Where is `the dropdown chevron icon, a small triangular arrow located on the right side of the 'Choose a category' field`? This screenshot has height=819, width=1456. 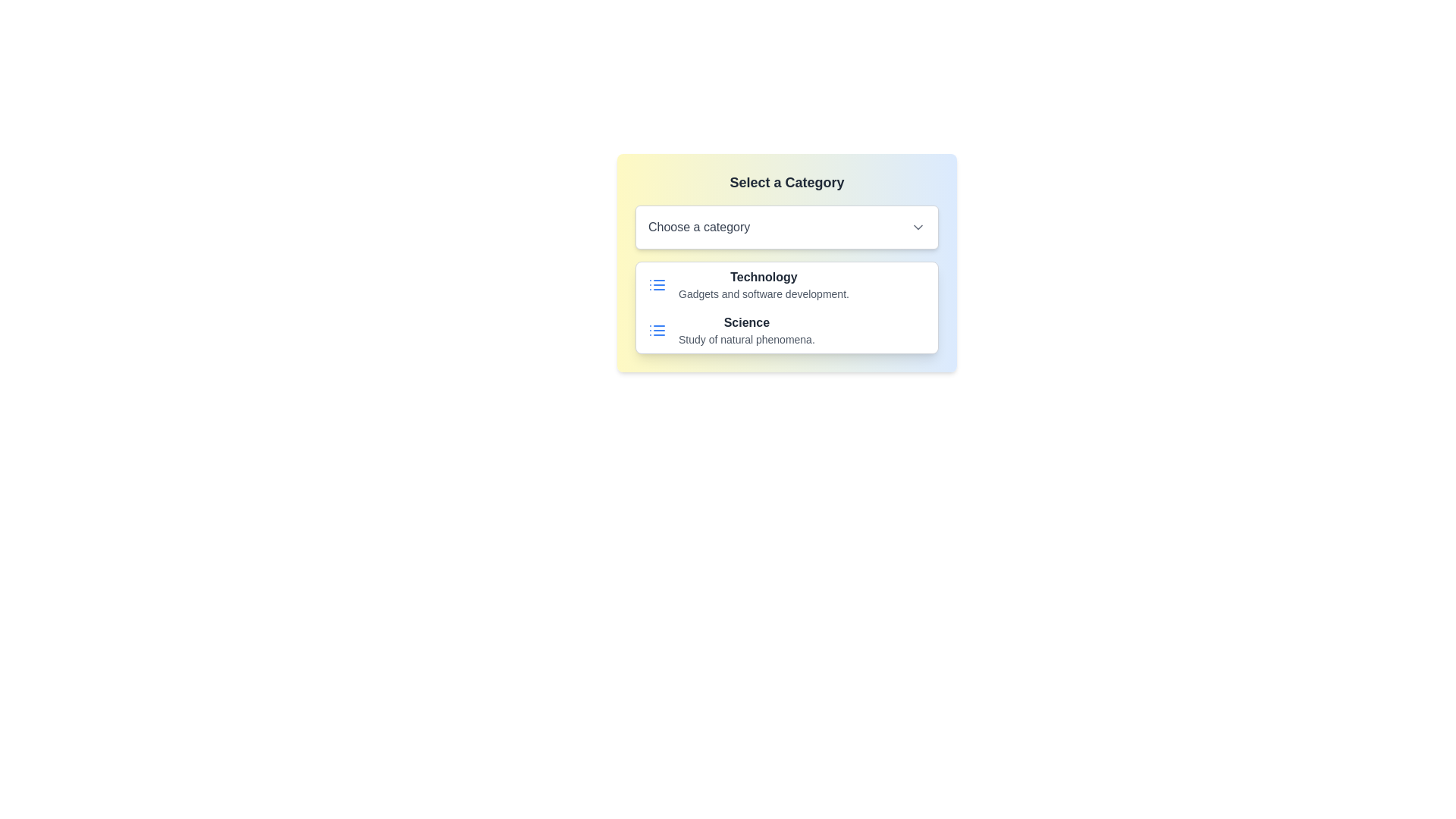
the dropdown chevron icon, a small triangular arrow located on the right side of the 'Choose a category' field is located at coordinates (917, 227).